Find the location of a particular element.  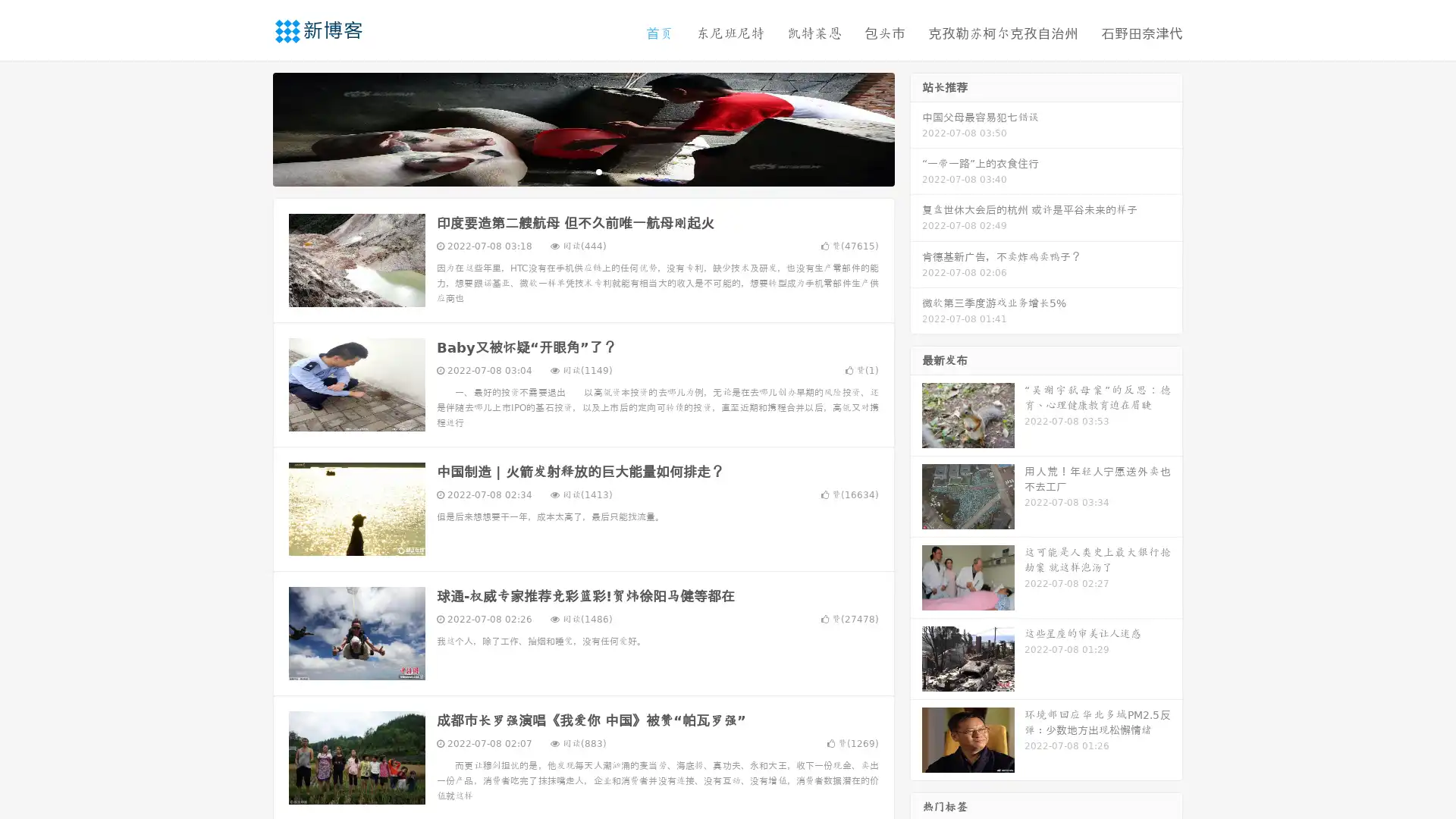

Go to slide 2 is located at coordinates (582, 171).